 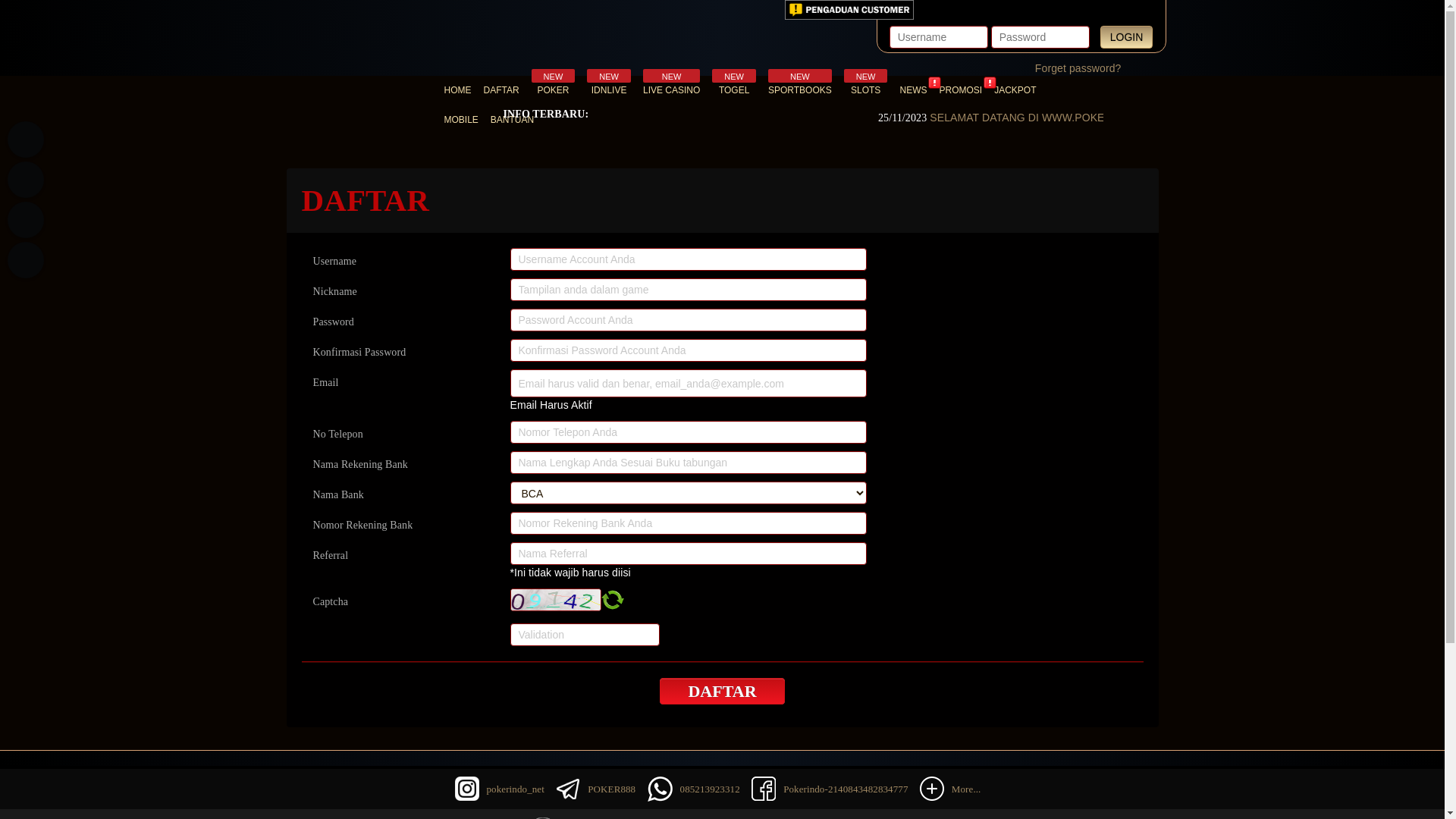 I want to click on 'DAFTAR', so click(x=659, y=691).